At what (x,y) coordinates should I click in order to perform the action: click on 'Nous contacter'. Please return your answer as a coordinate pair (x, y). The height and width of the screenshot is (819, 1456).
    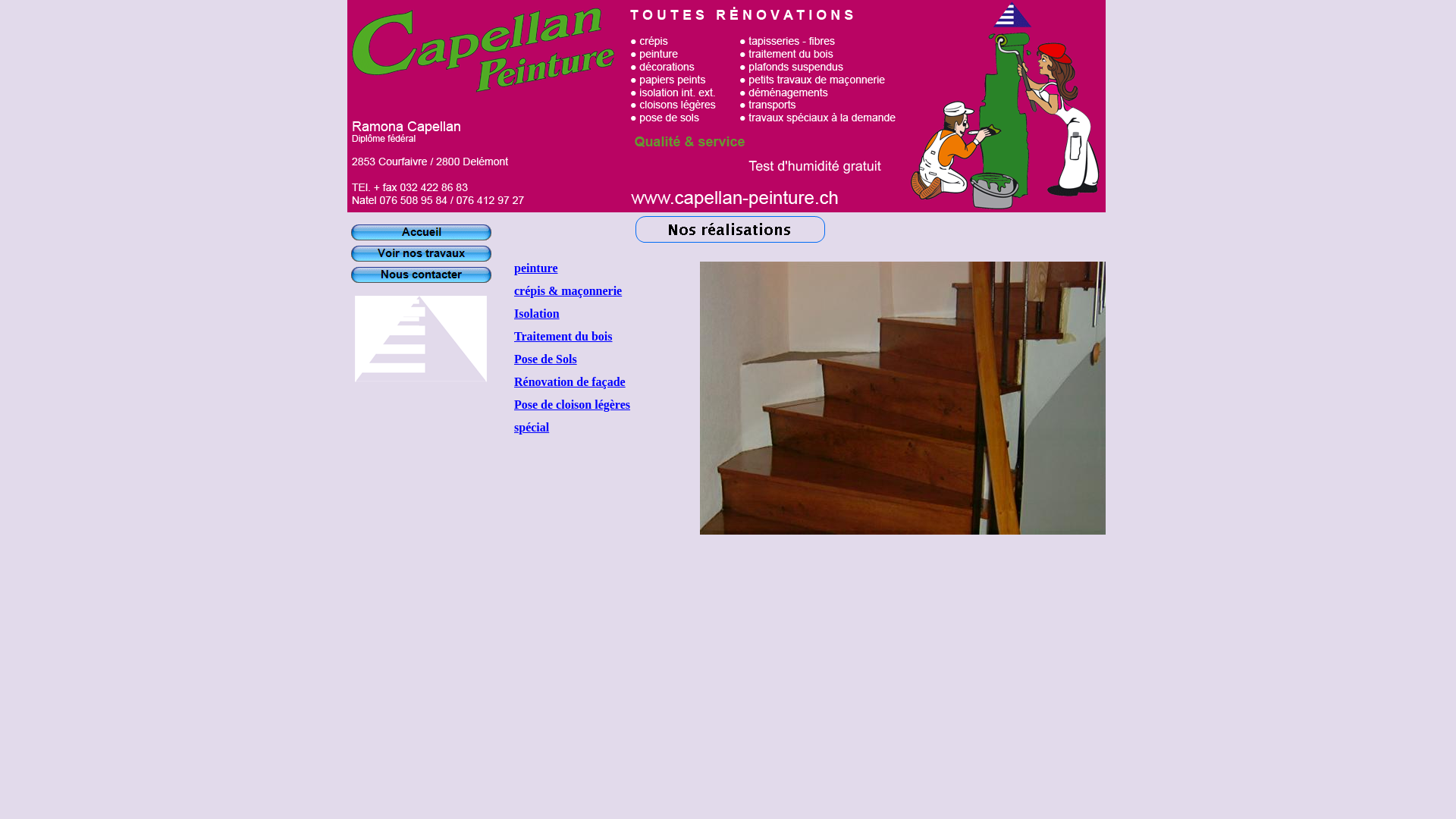
    Looking at the image, I should click on (421, 275).